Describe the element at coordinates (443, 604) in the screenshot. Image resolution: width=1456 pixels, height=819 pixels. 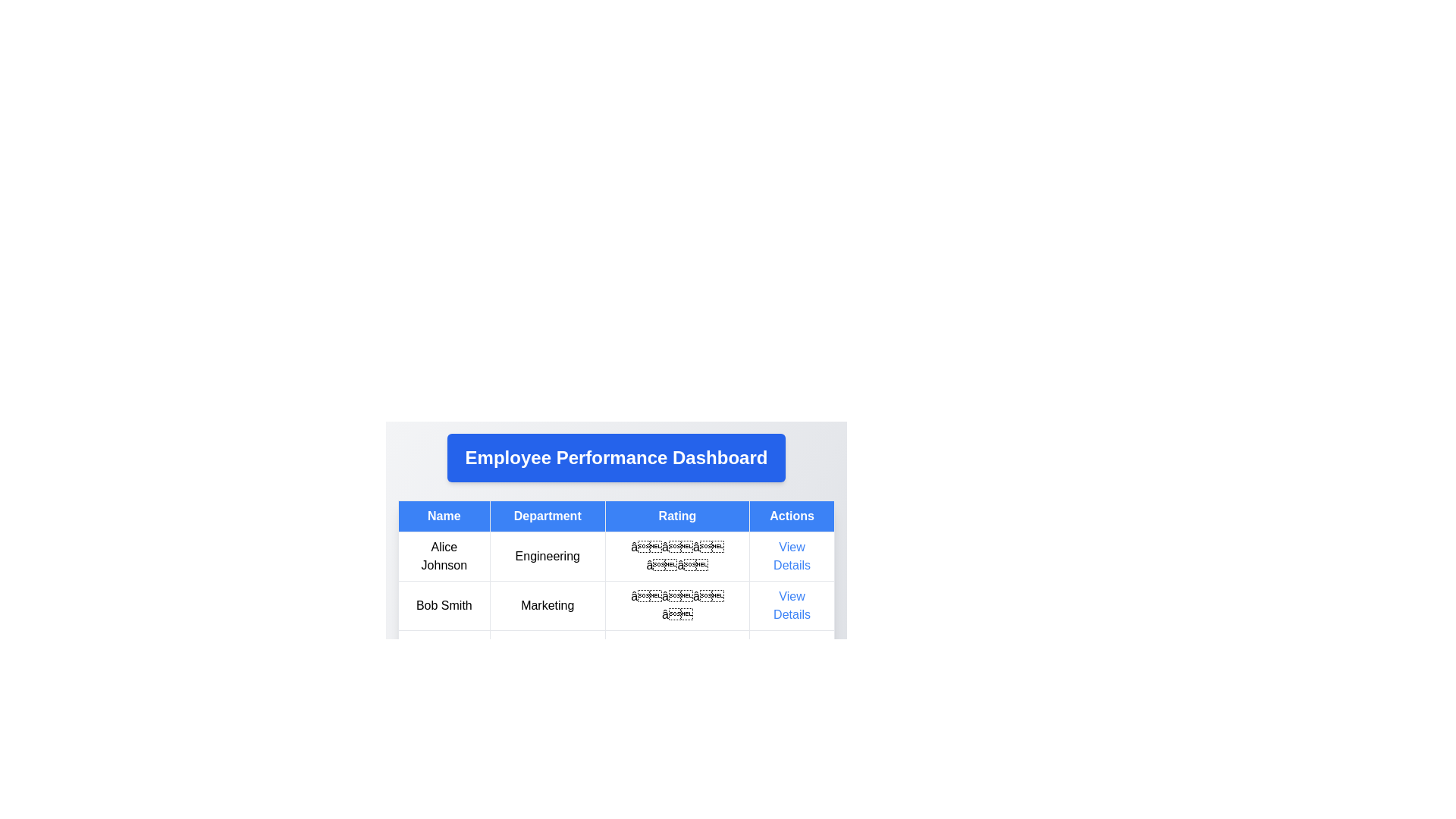
I see `the text label displaying 'Bob Smith' in the first column of the second row of the employee table for visual identification` at that location.